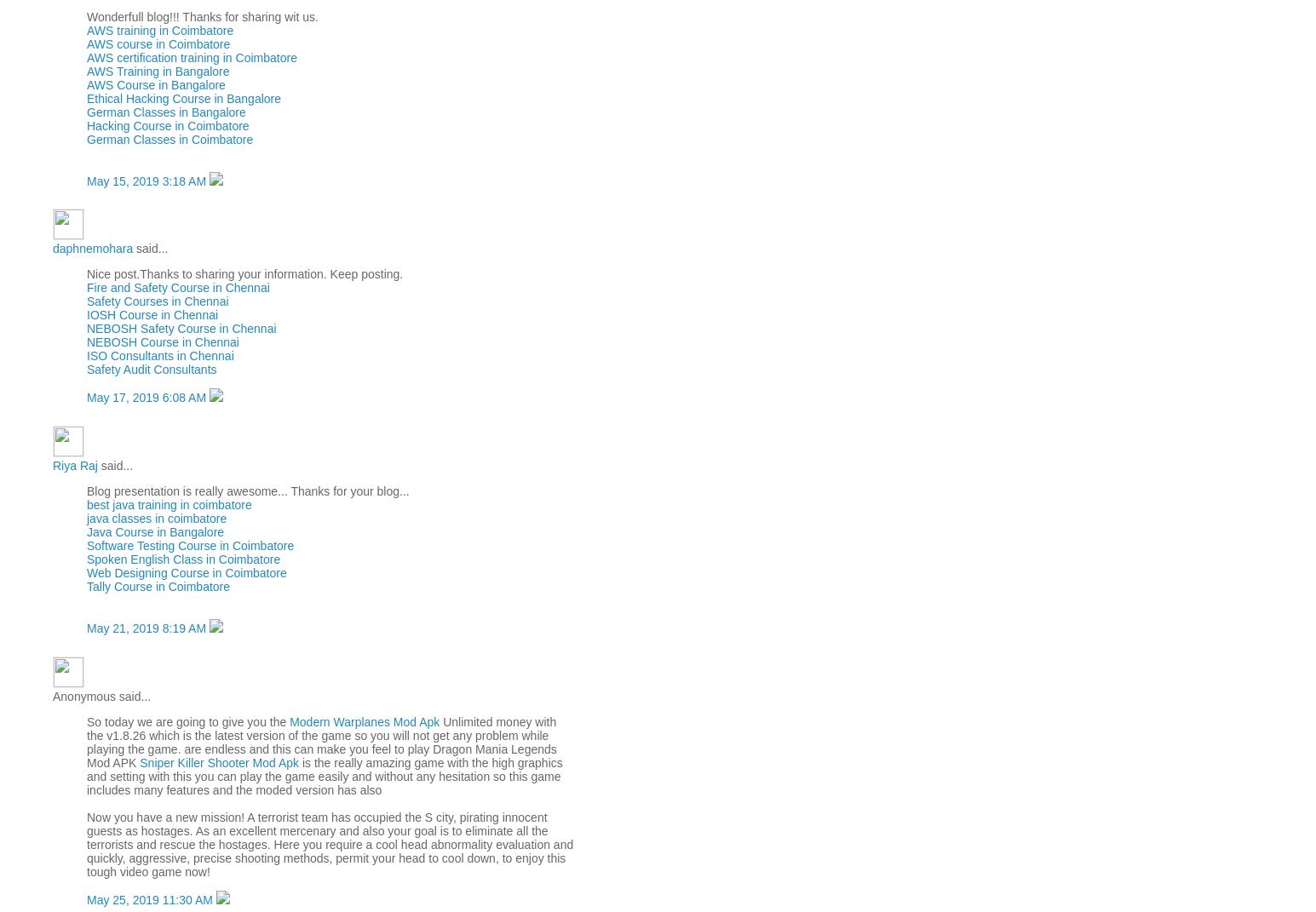 The height and width of the screenshot is (912, 1316). Describe the element at coordinates (147, 396) in the screenshot. I see `'May 17, 2019 6:08 AM'` at that location.